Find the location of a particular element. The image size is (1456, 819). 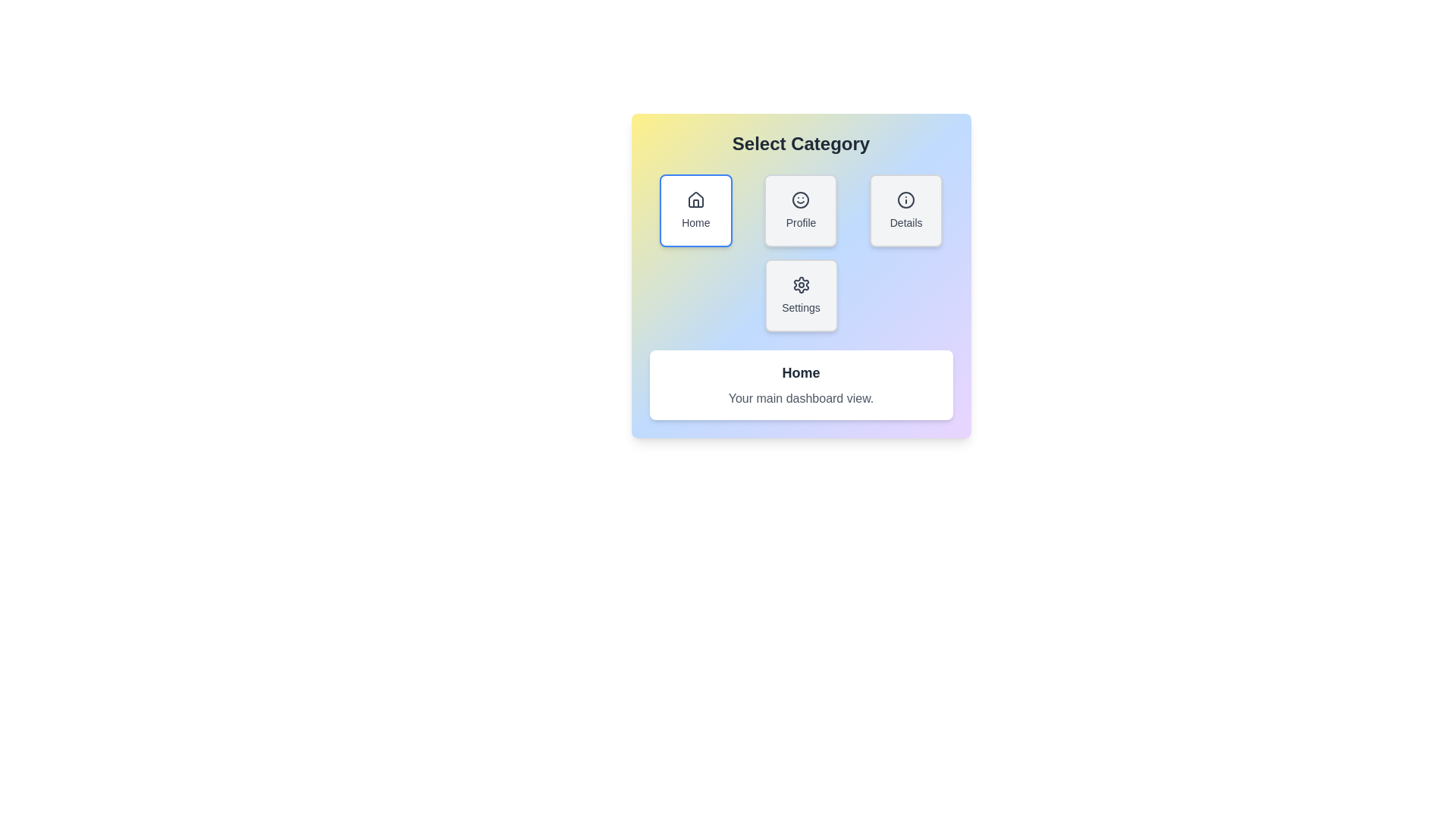

the 'Home' button, which is a rounded rectangle with a white background and blue border, featuring a house icon above the text label 'Home' in gray, to observe a visual scaling effect is located at coordinates (695, 210).